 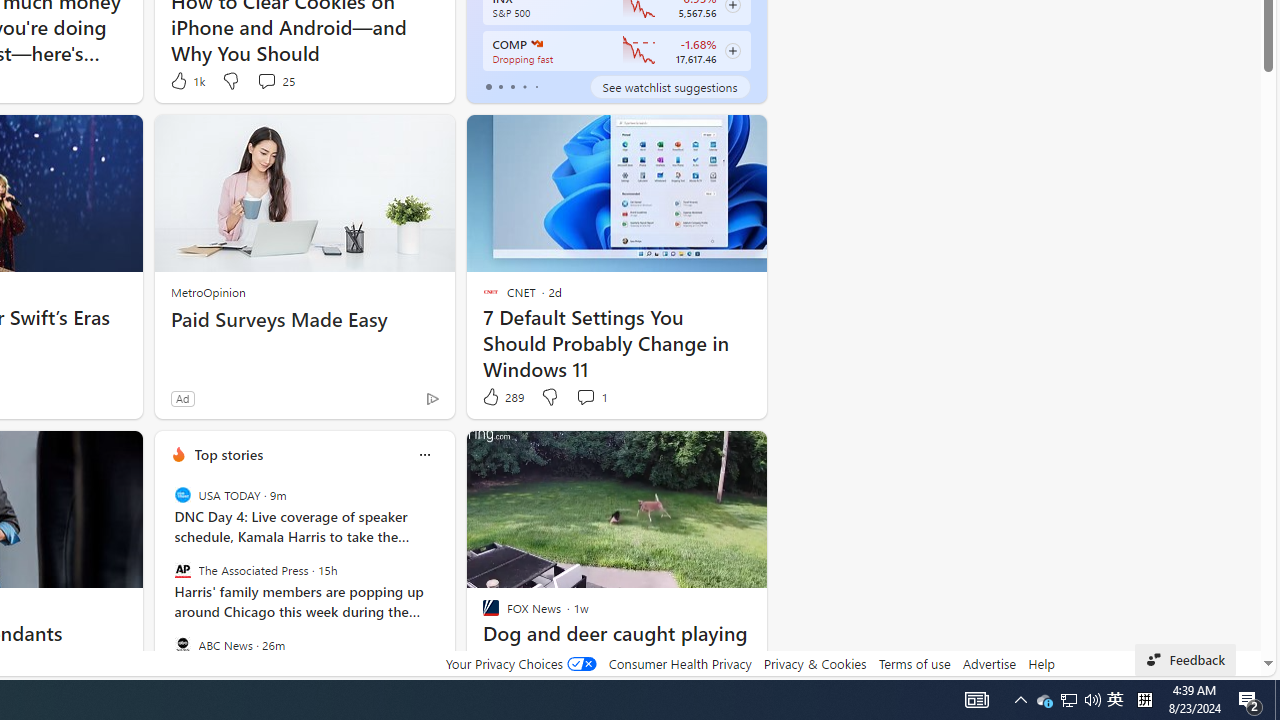 What do you see at coordinates (913, 663) in the screenshot?
I see `'Terms of use'` at bounding box center [913, 663].